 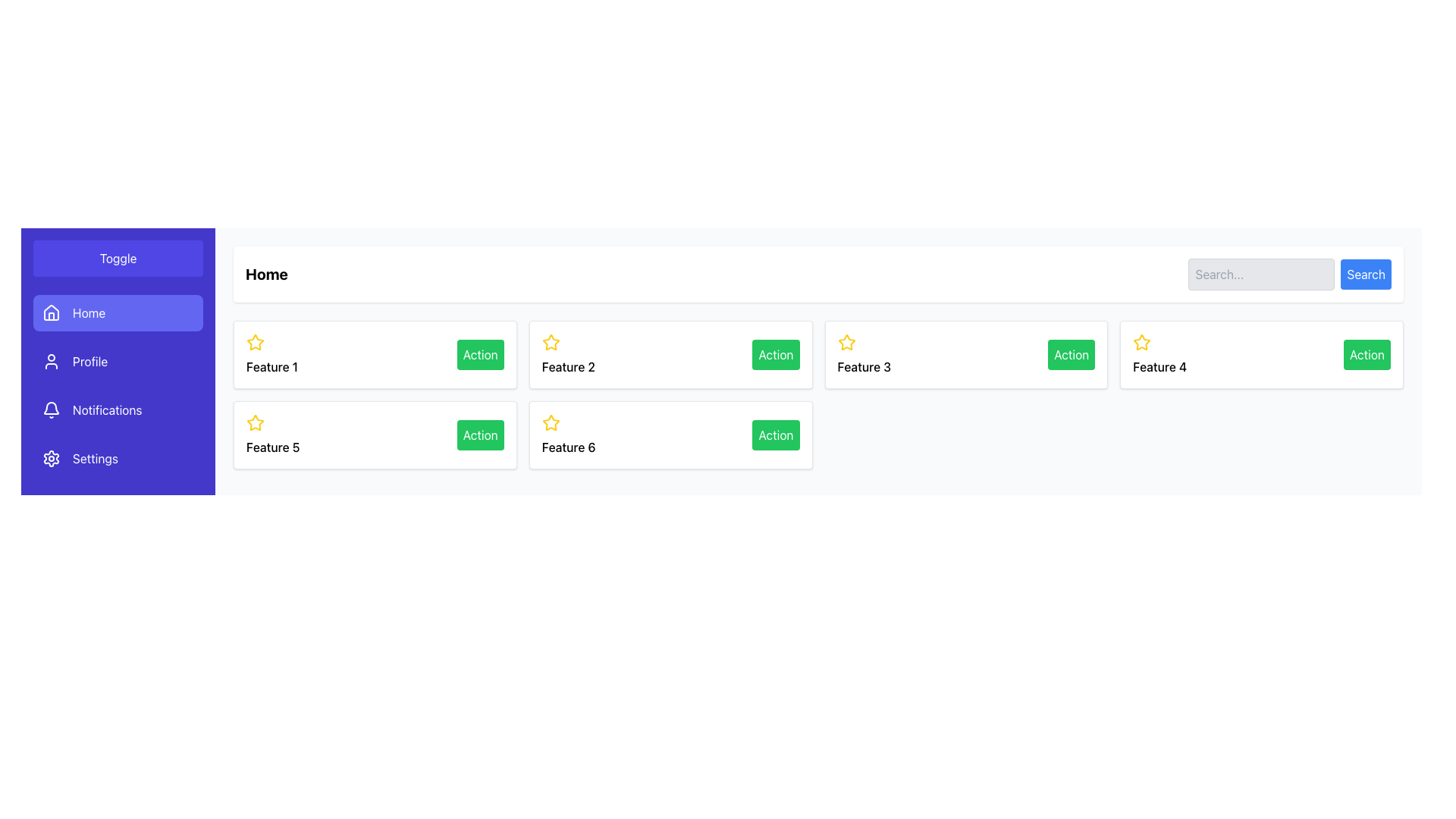 What do you see at coordinates (479, 354) in the screenshot?
I see `the button associated with 'Feature 1'` at bounding box center [479, 354].